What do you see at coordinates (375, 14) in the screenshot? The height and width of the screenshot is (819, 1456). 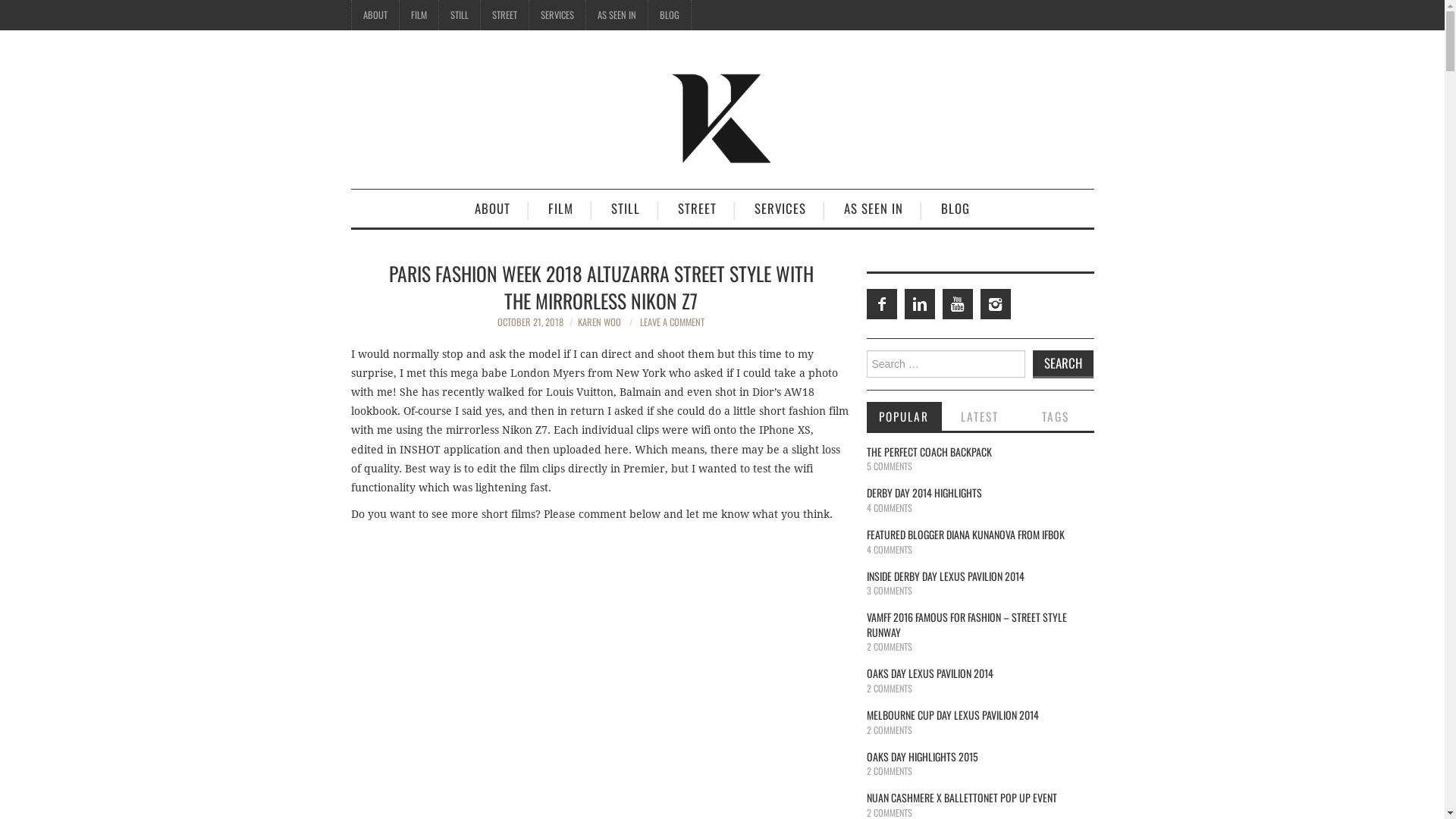 I see `'ABOUT'` at bounding box center [375, 14].